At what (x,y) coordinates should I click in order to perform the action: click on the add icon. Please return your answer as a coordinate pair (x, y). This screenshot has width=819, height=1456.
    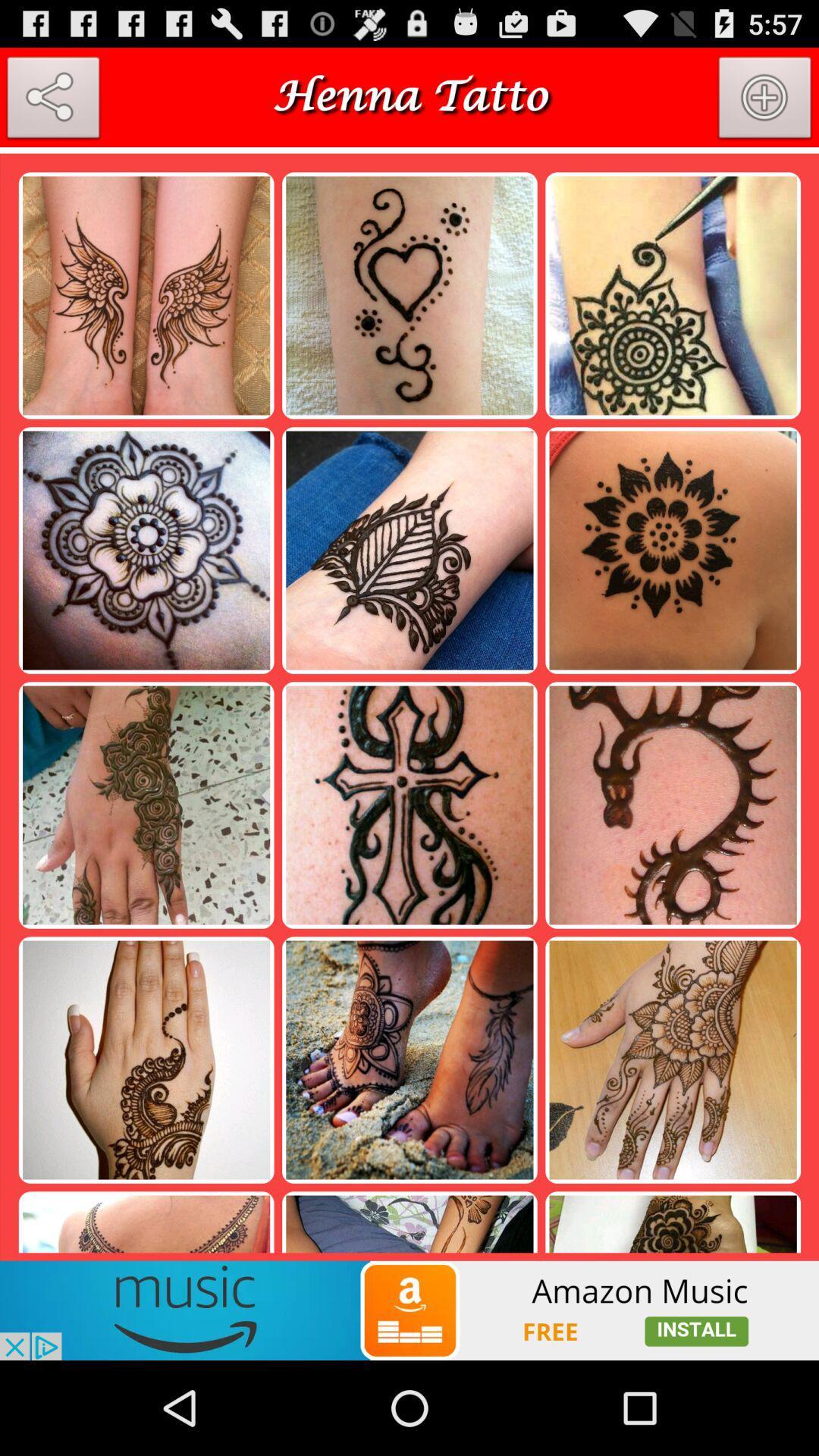
    Looking at the image, I should click on (765, 107).